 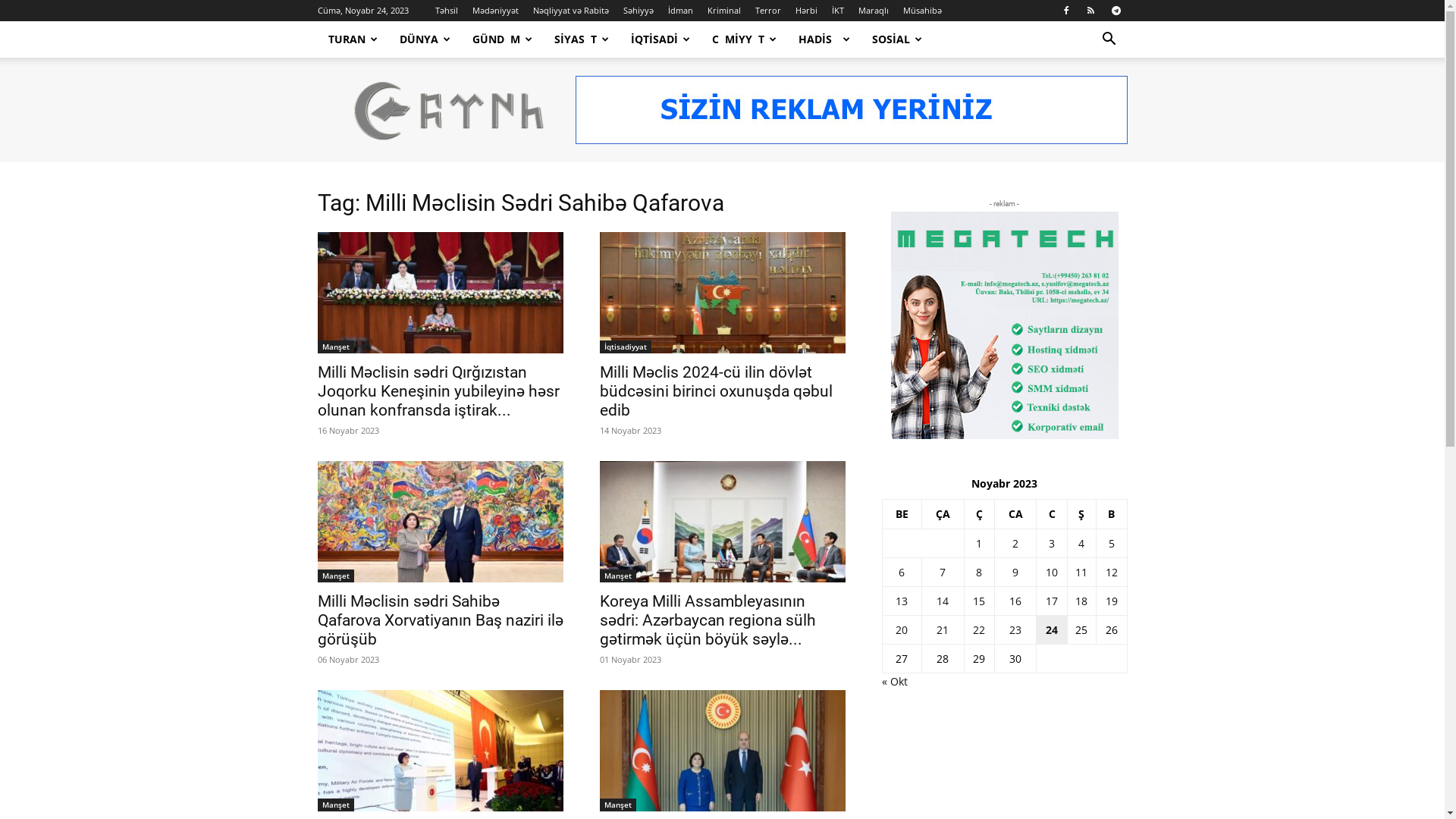 What do you see at coordinates (895, 629) in the screenshot?
I see `'20'` at bounding box center [895, 629].